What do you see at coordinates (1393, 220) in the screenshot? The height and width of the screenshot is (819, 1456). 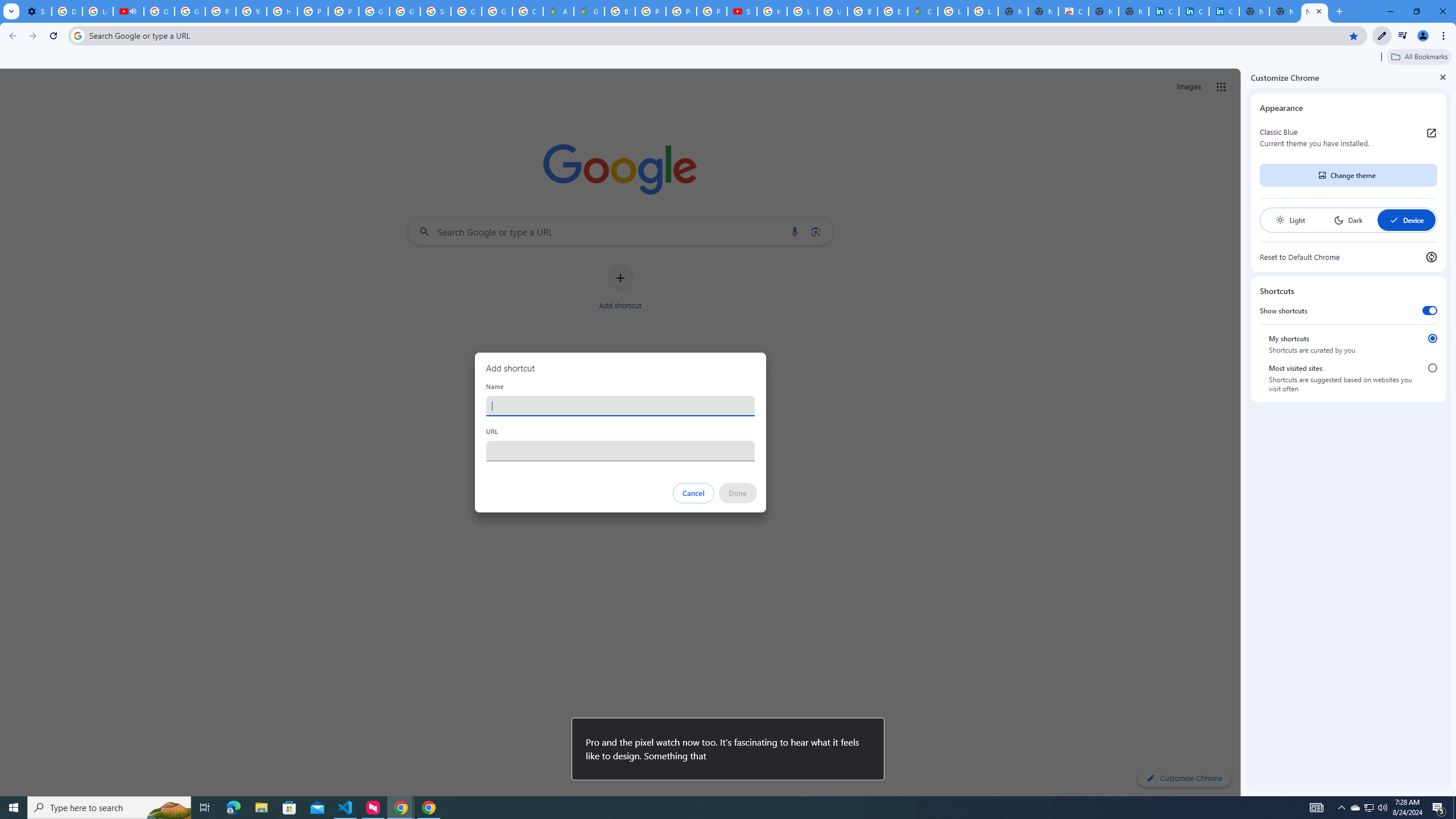 I see `'AutomationID: baseSvg'` at bounding box center [1393, 220].